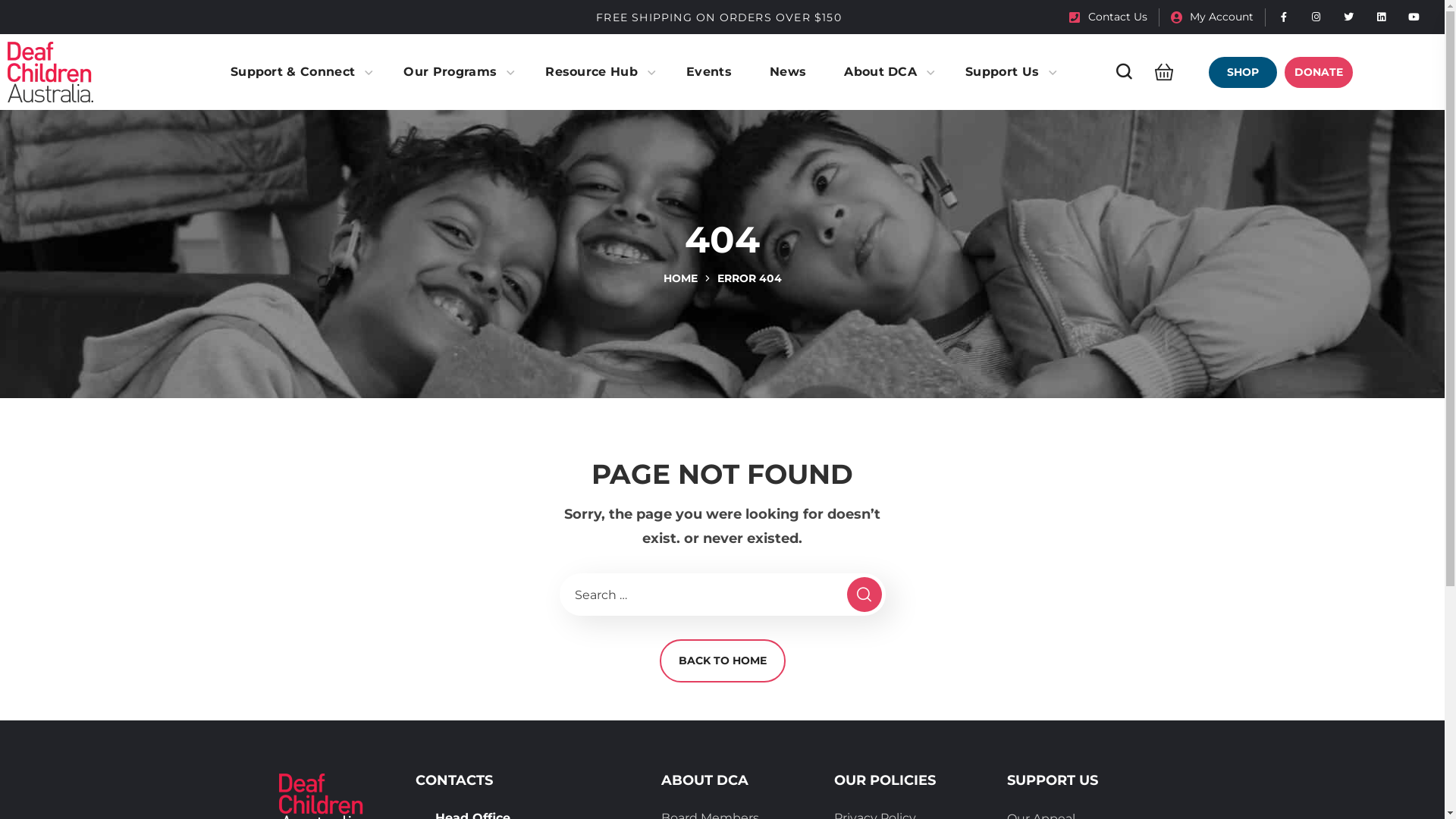 Image resolution: width=1456 pixels, height=819 pixels. I want to click on 'BACK TO HOME', so click(659, 660).